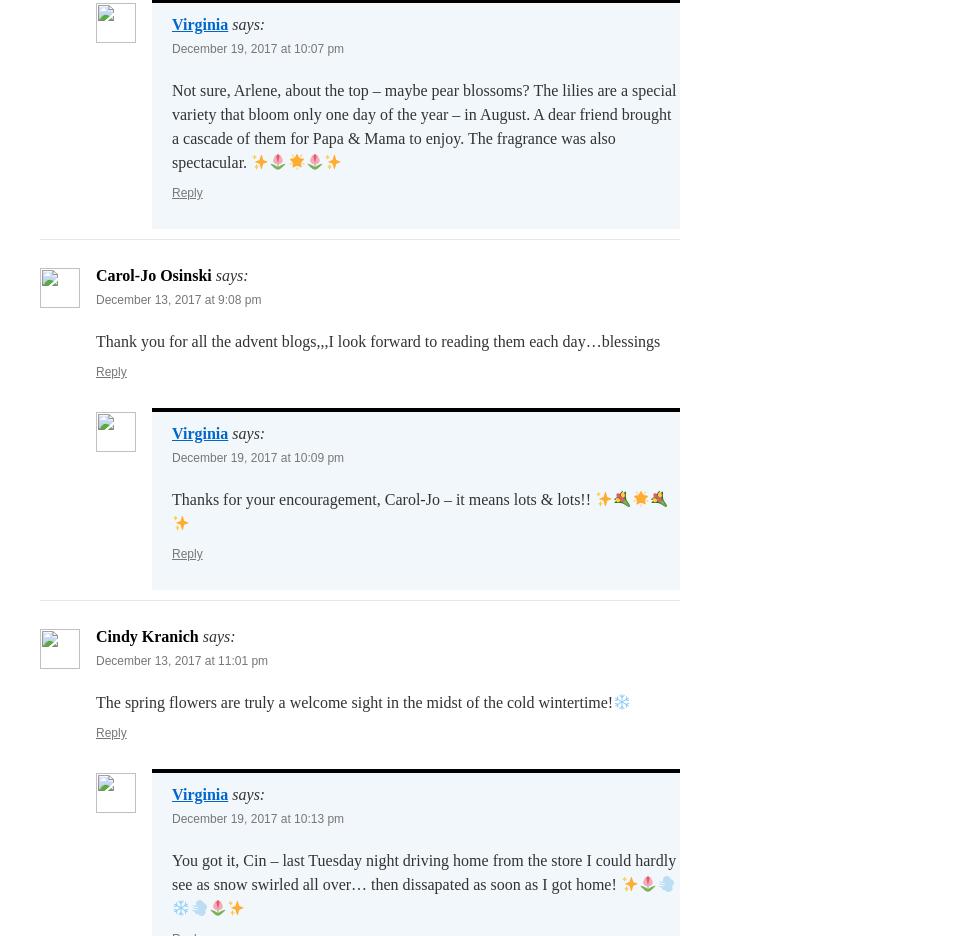 This screenshot has width=980, height=936. What do you see at coordinates (258, 49) in the screenshot?
I see `'December 19, 2017 at 10:07 pm'` at bounding box center [258, 49].